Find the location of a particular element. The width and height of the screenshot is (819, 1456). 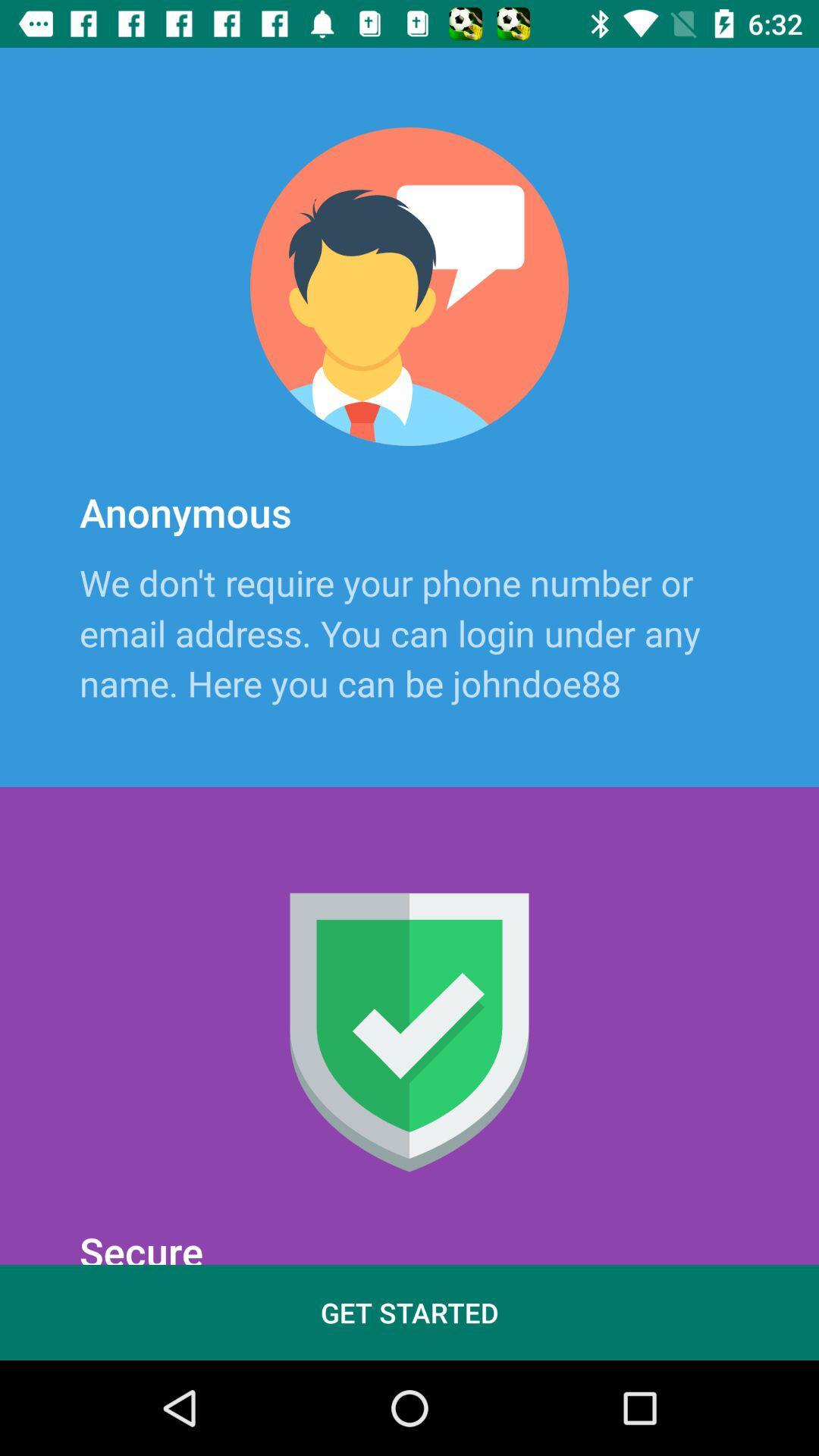

get started icon is located at coordinates (409, 1312).